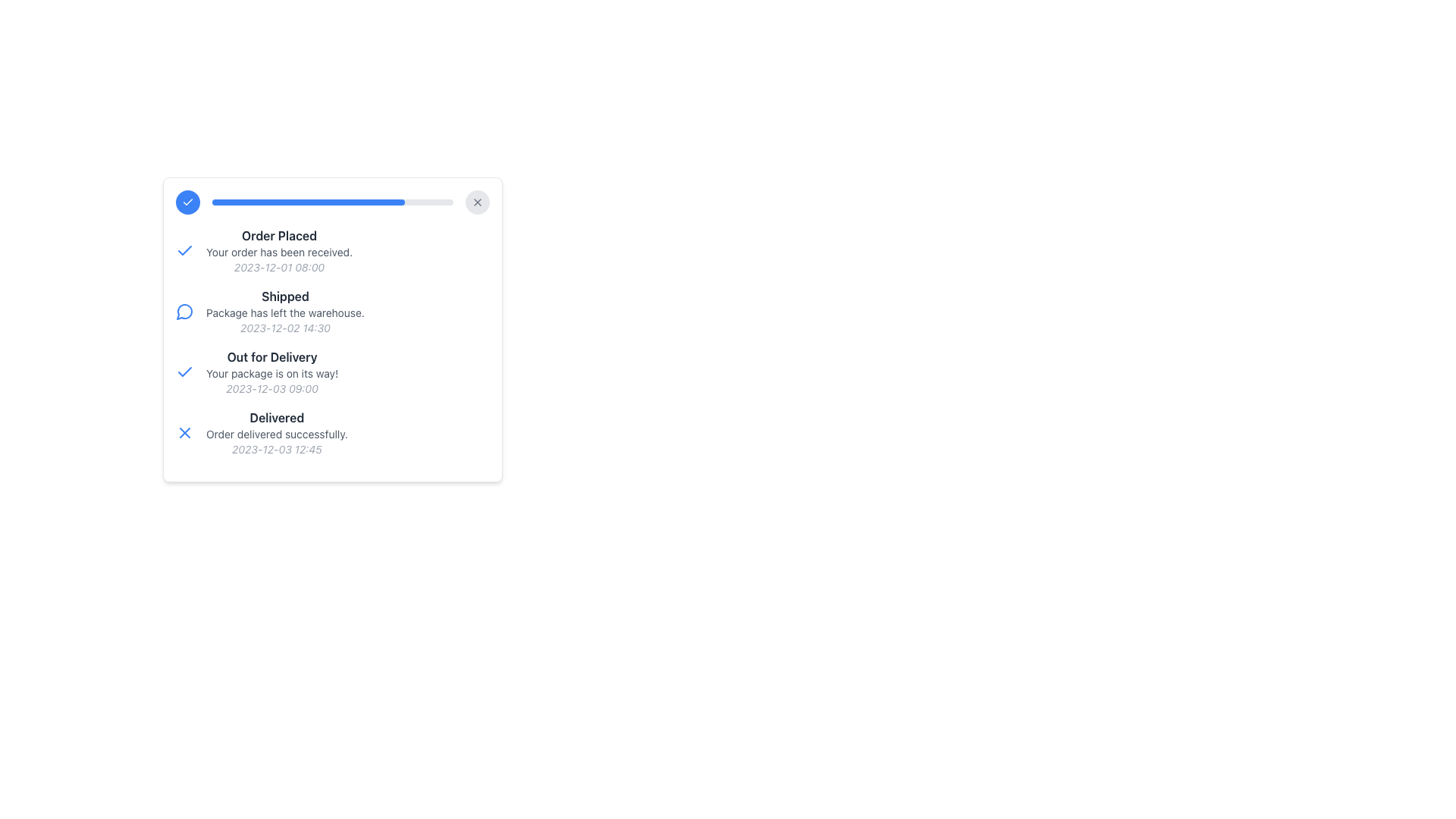 The height and width of the screenshot is (819, 1456). What do you see at coordinates (184, 432) in the screenshot?
I see `the 'X' icon with a bold blue outline located to the left of the 'Delivered' text in the progress section` at bounding box center [184, 432].